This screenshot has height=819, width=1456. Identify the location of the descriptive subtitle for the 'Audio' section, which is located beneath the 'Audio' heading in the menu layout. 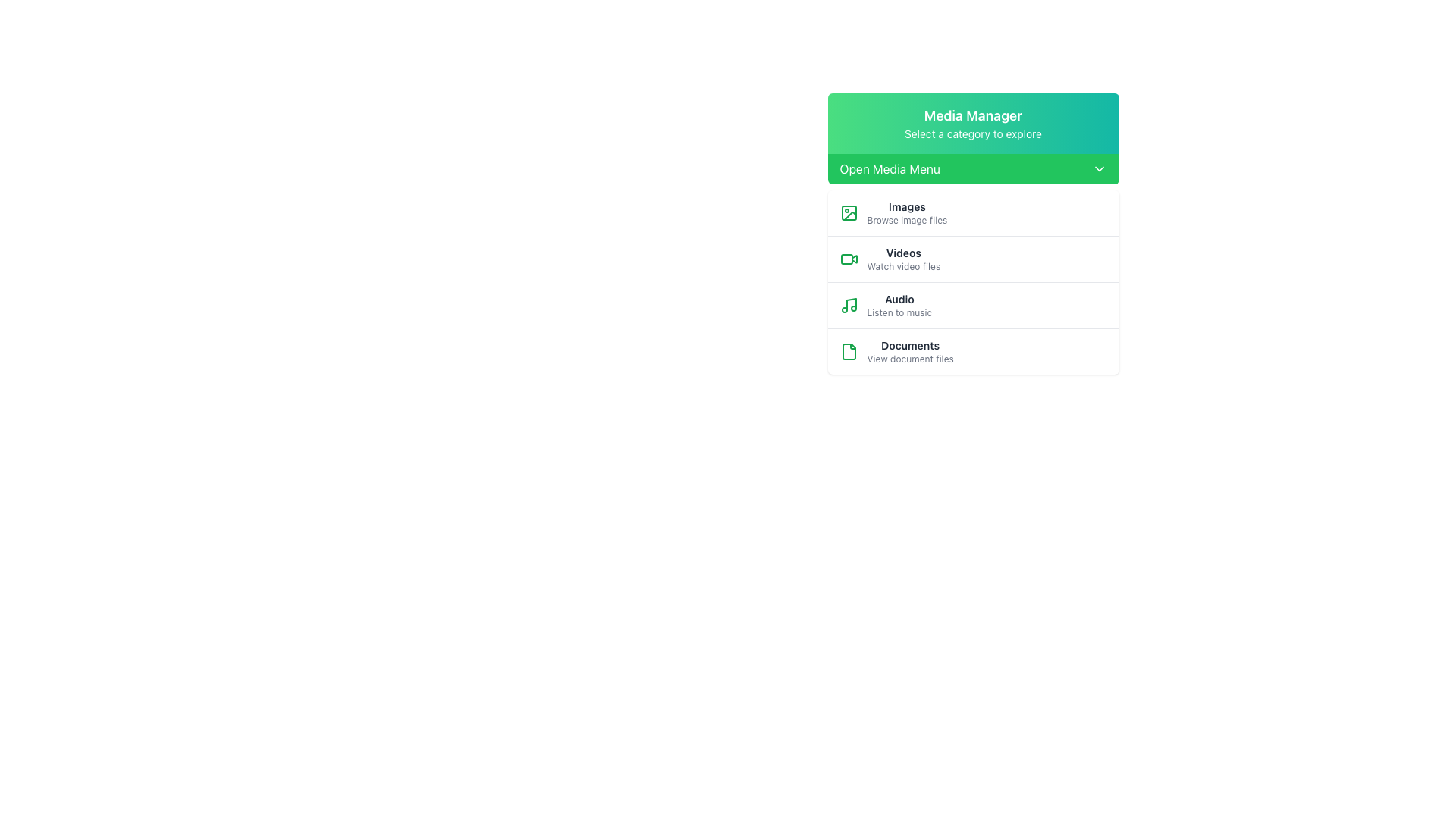
(899, 312).